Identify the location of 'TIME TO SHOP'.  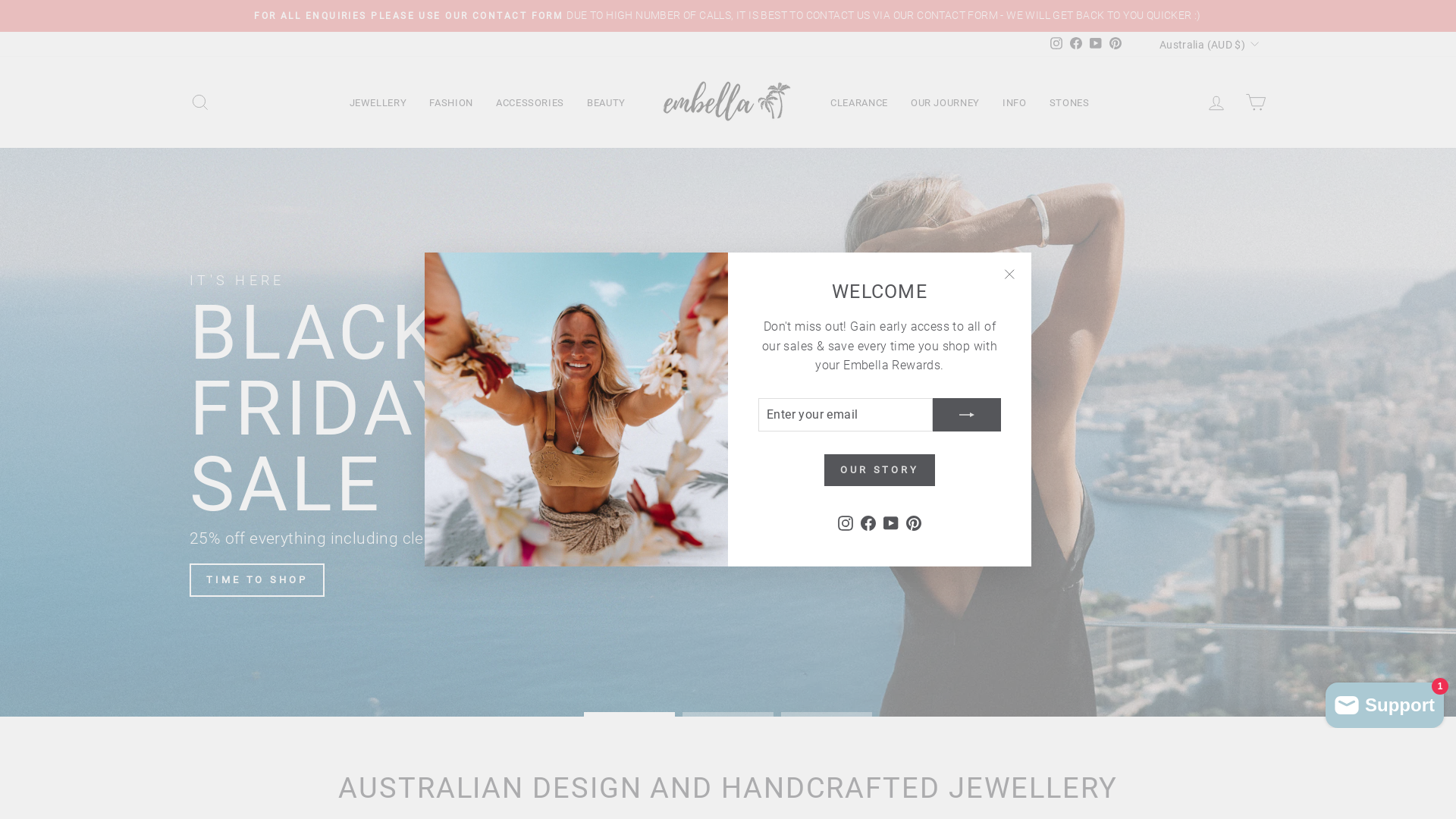
(257, 579).